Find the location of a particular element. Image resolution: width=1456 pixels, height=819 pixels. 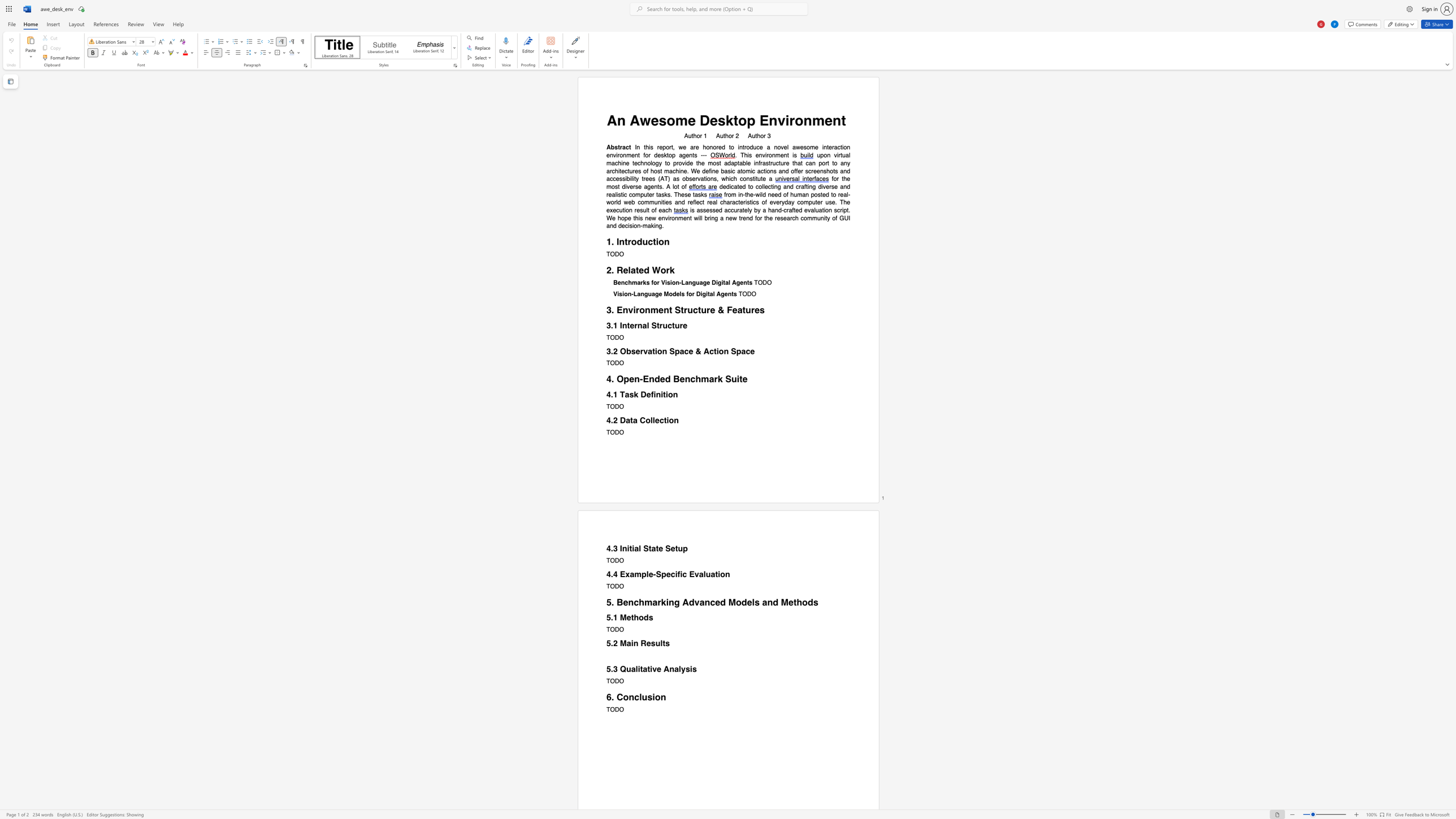

the subset text "tu" within the text "3.1 Internal Structure" is located at coordinates (671, 325).